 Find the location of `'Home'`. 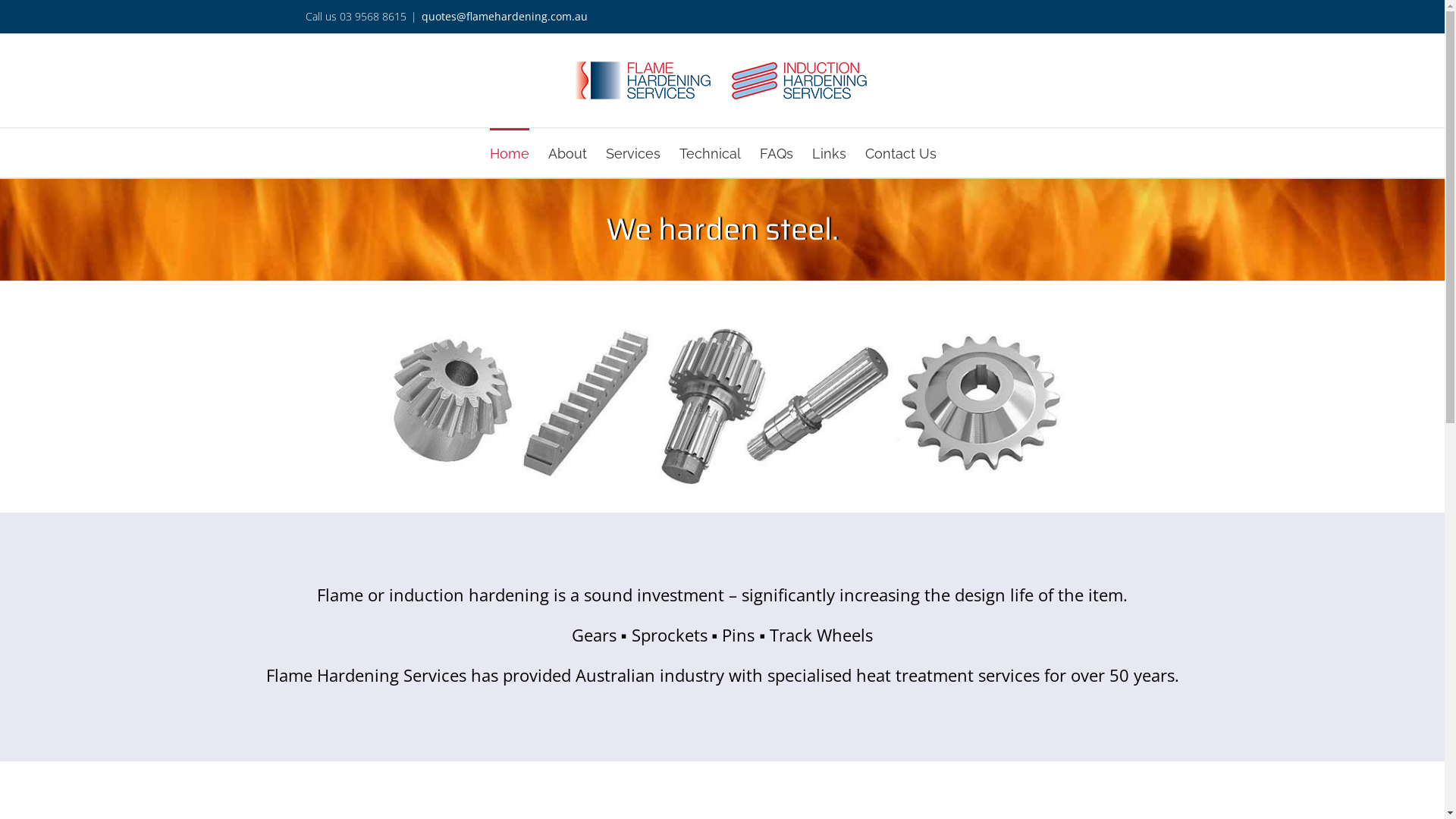

'Home' is located at coordinates (510, 152).